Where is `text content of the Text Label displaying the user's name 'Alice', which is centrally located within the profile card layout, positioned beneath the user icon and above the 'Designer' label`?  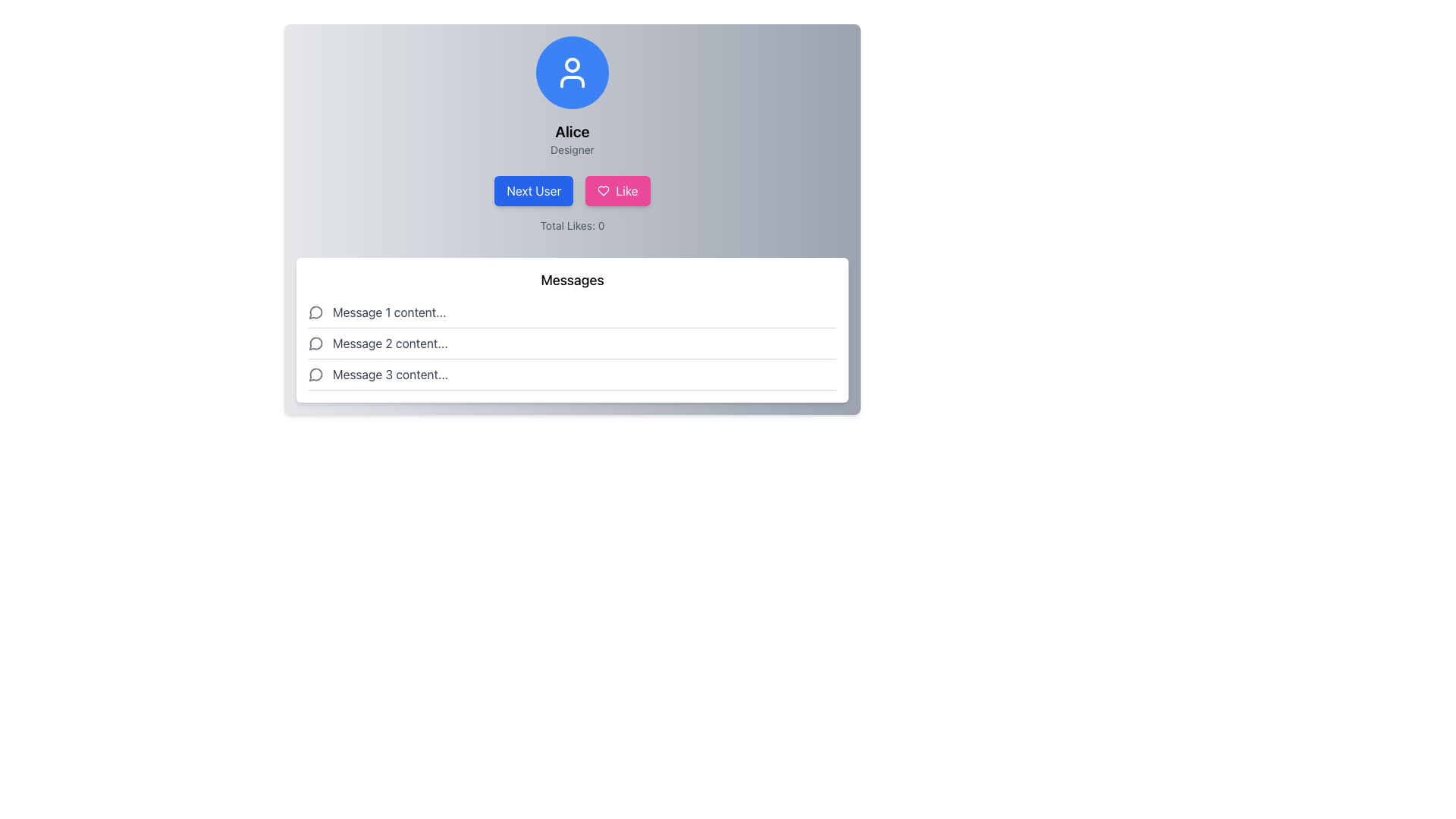 text content of the Text Label displaying the user's name 'Alice', which is centrally located within the profile card layout, positioned beneath the user icon and above the 'Designer' label is located at coordinates (571, 130).